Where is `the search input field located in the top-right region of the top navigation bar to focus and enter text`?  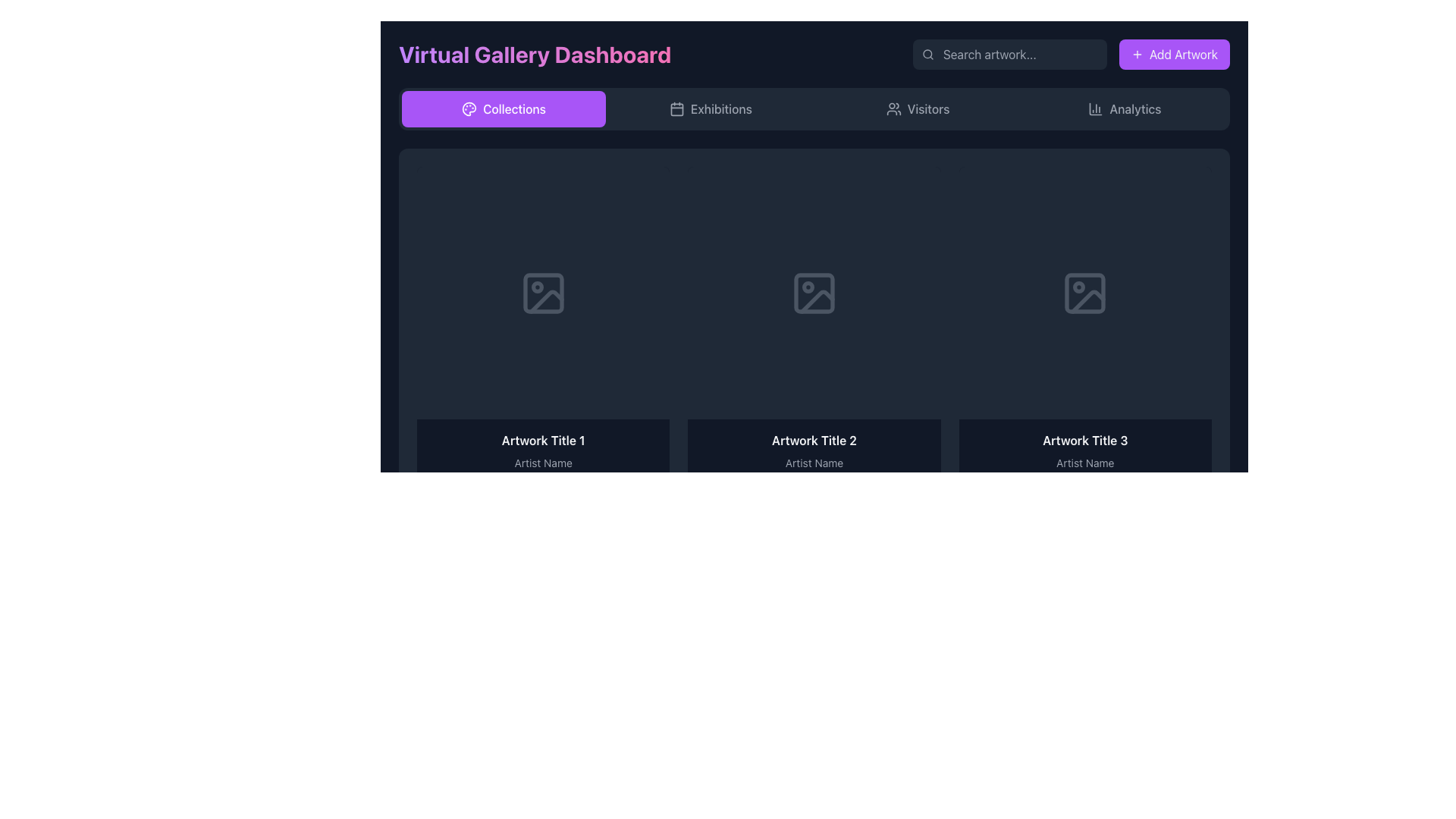
the search input field located in the top-right region of the top navigation bar to focus and enter text is located at coordinates (1009, 54).